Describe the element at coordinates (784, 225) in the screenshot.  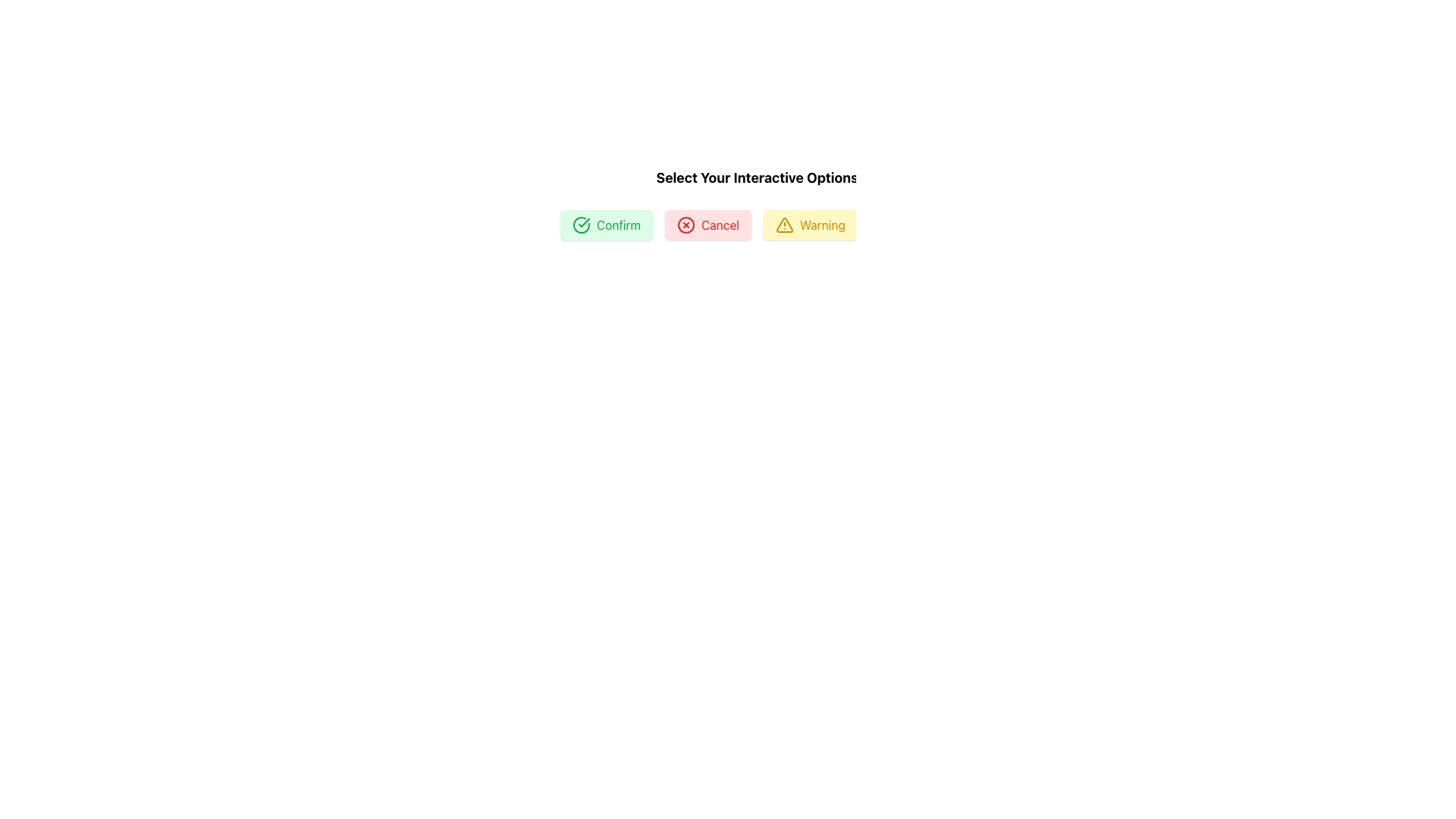
I see `the triangular warning icon located within the 'Warning' button, which has a hollow center and thick yellow outline` at that location.